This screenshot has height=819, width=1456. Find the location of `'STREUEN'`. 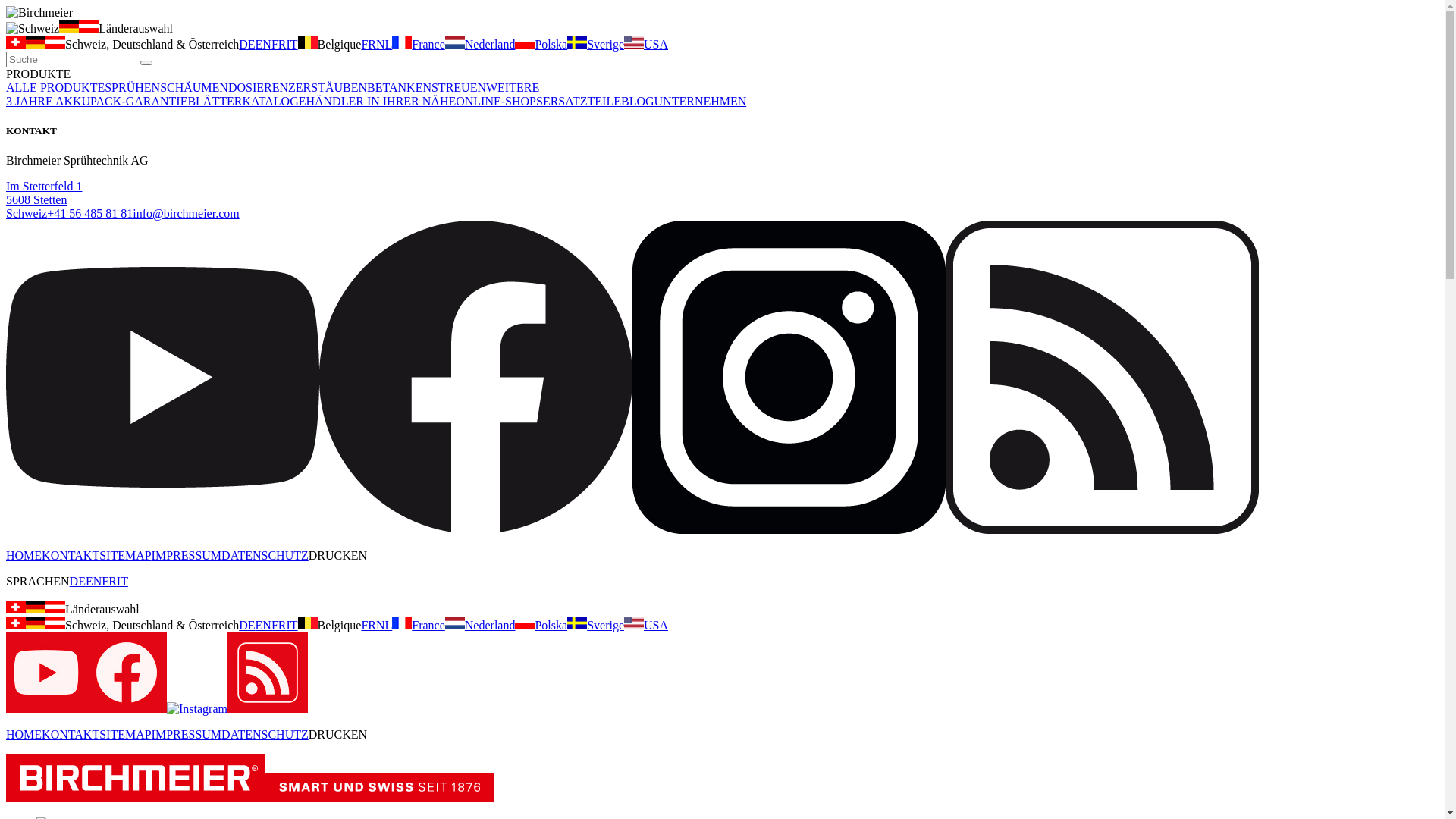

'STREUEN' is located at coordinates (457, 87).